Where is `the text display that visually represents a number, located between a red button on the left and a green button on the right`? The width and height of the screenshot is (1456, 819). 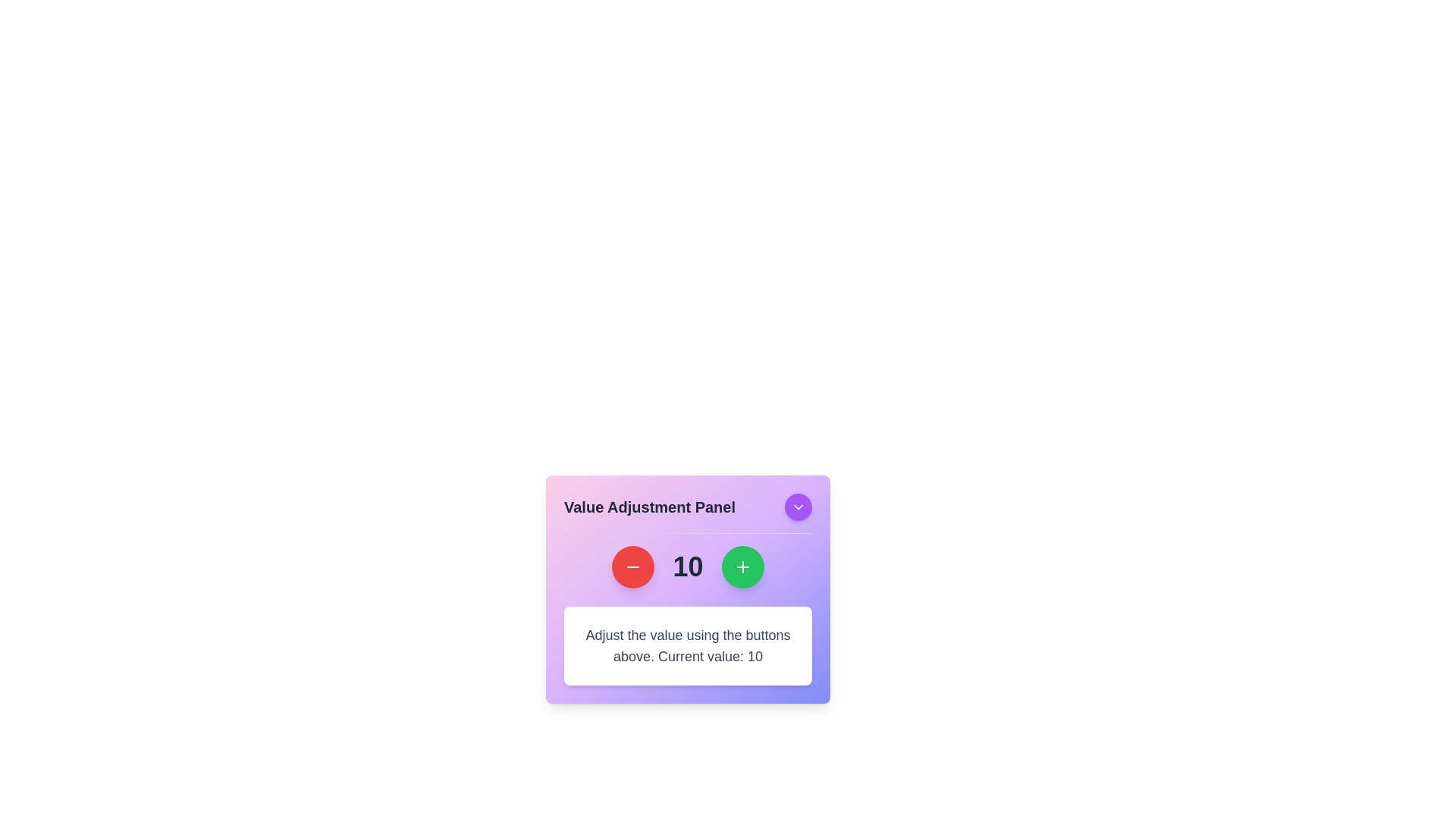
the text display that visually represents a number, located between a red button on the left and a green button on the right is located at coordinates (687, 567).